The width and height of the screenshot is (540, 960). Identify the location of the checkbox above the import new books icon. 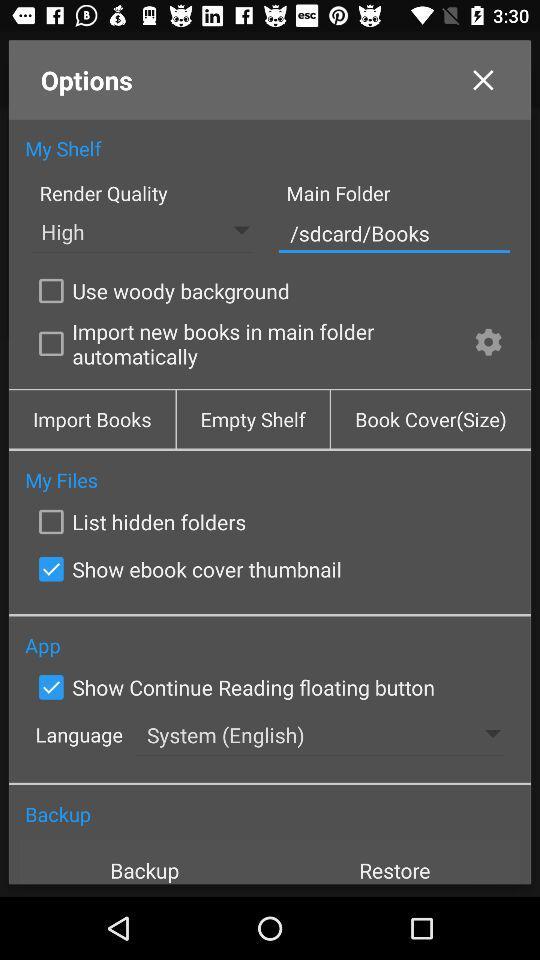
(159, 289).